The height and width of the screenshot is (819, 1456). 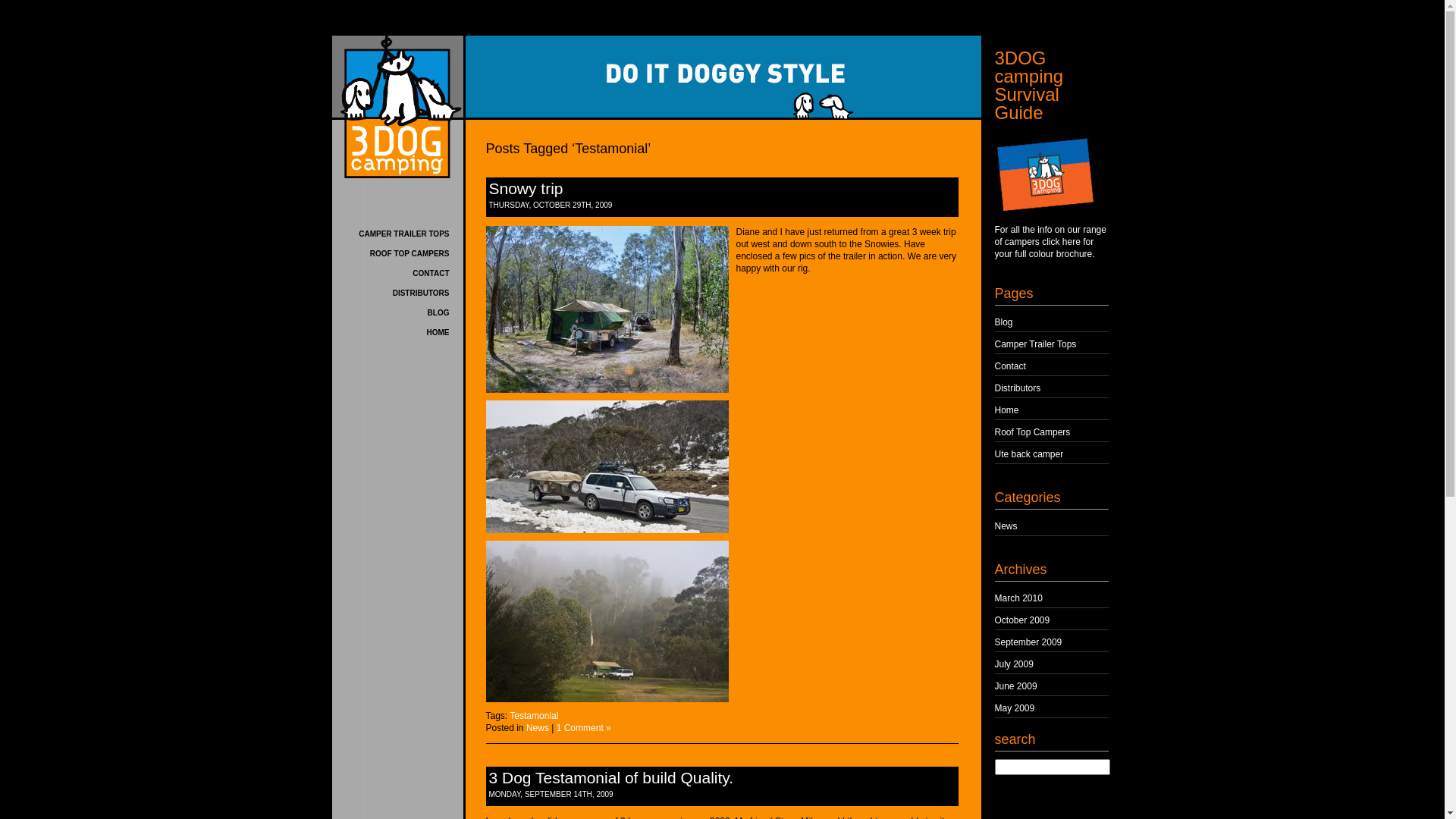 What do you see at coordinates (994, 453) in the screenshot?
I see `'Ute back camper'` at bounding box center [994, 453].